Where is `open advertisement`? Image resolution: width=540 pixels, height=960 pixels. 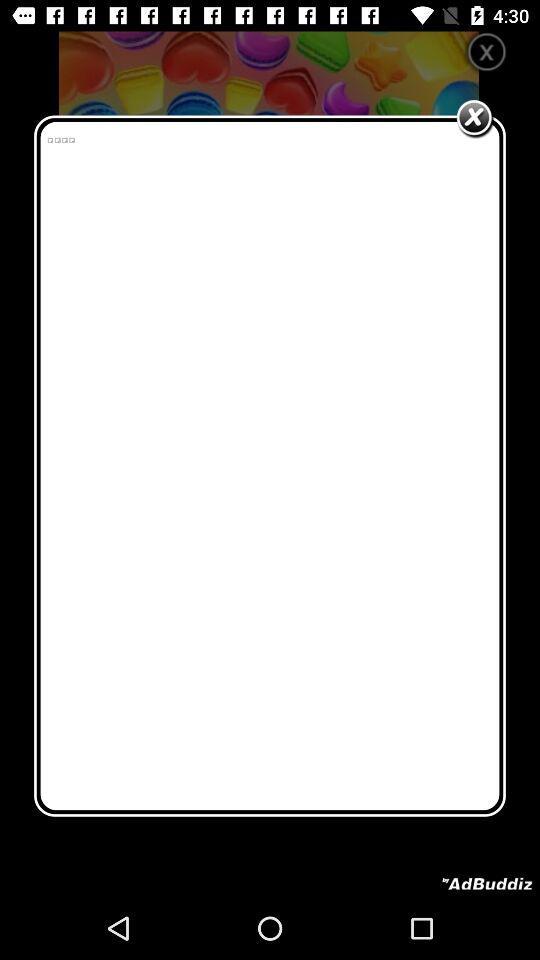
open advertisement is located at coordinates (486, 883).